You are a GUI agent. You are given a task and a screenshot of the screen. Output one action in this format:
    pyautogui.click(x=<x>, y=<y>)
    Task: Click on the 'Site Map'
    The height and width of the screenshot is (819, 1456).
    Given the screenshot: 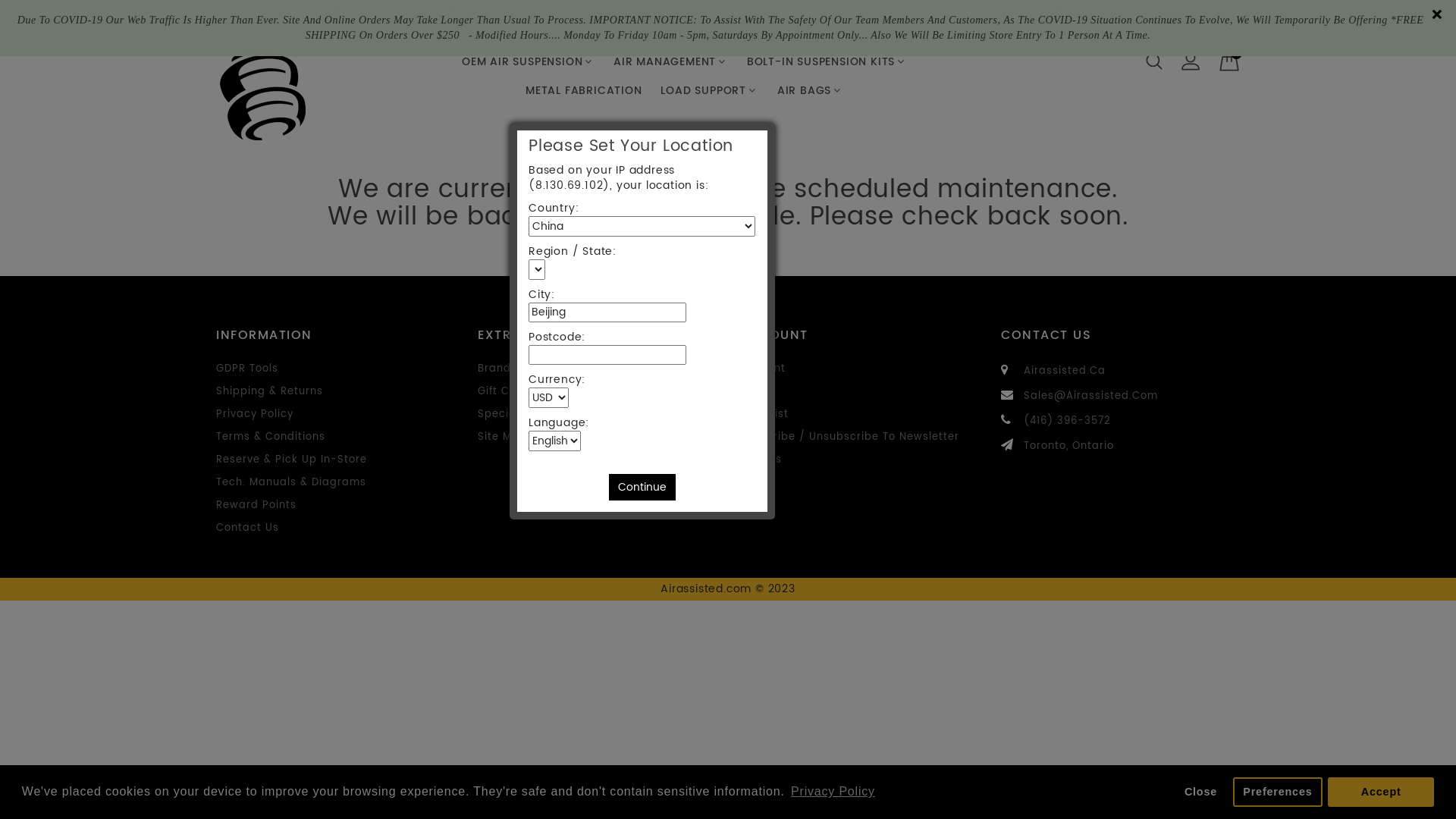 What is the action you would take?
    pyautogui.click(x=502, y=437)
    